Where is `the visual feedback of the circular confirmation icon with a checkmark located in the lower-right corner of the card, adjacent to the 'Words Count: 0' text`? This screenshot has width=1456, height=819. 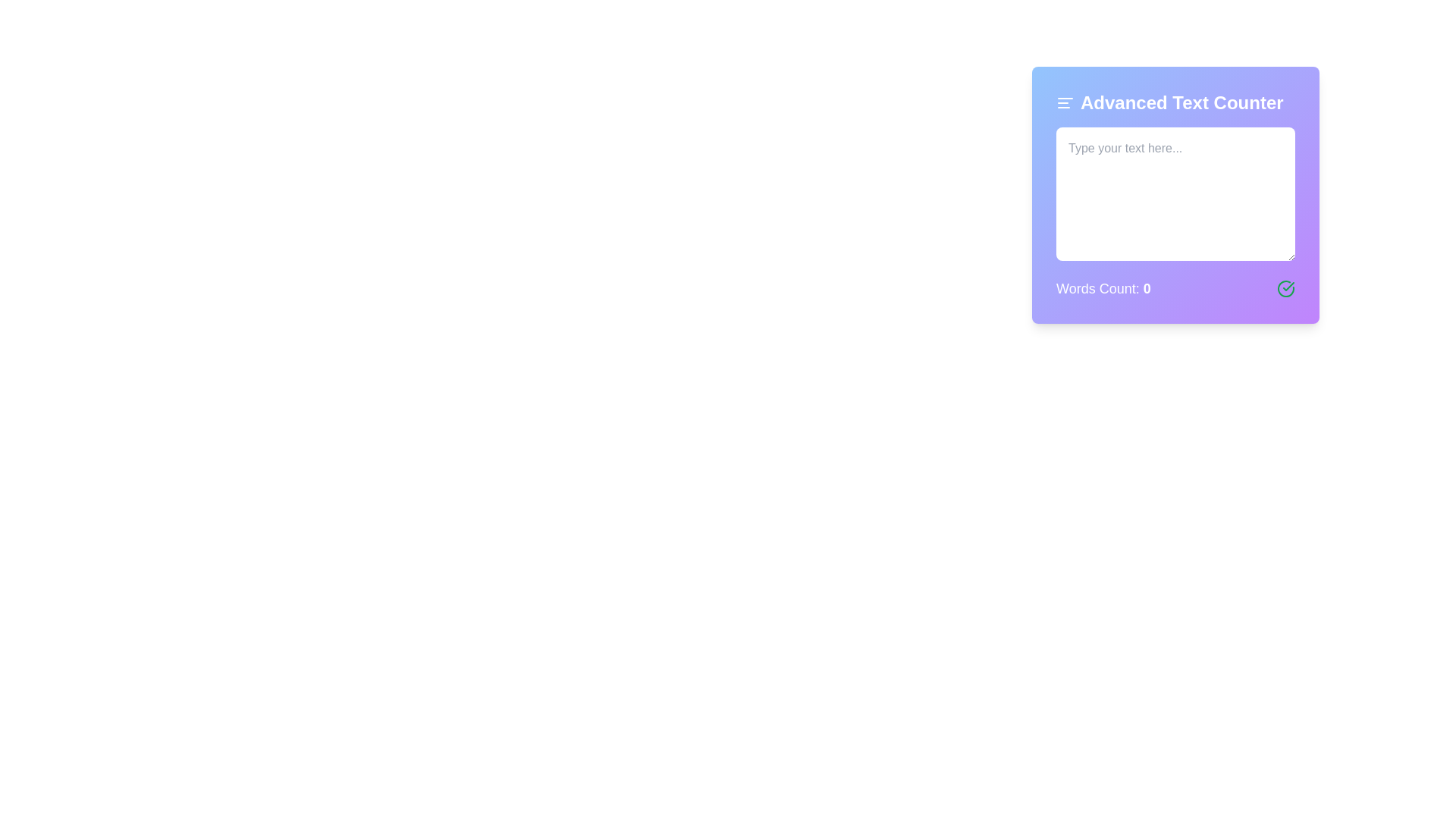 the visual feedback of the circular confirmation icon with a checkmark located in the lower-right corner of the card, adjacent to the 'Words Count: 0' text is located at coordinates (1285, 289).